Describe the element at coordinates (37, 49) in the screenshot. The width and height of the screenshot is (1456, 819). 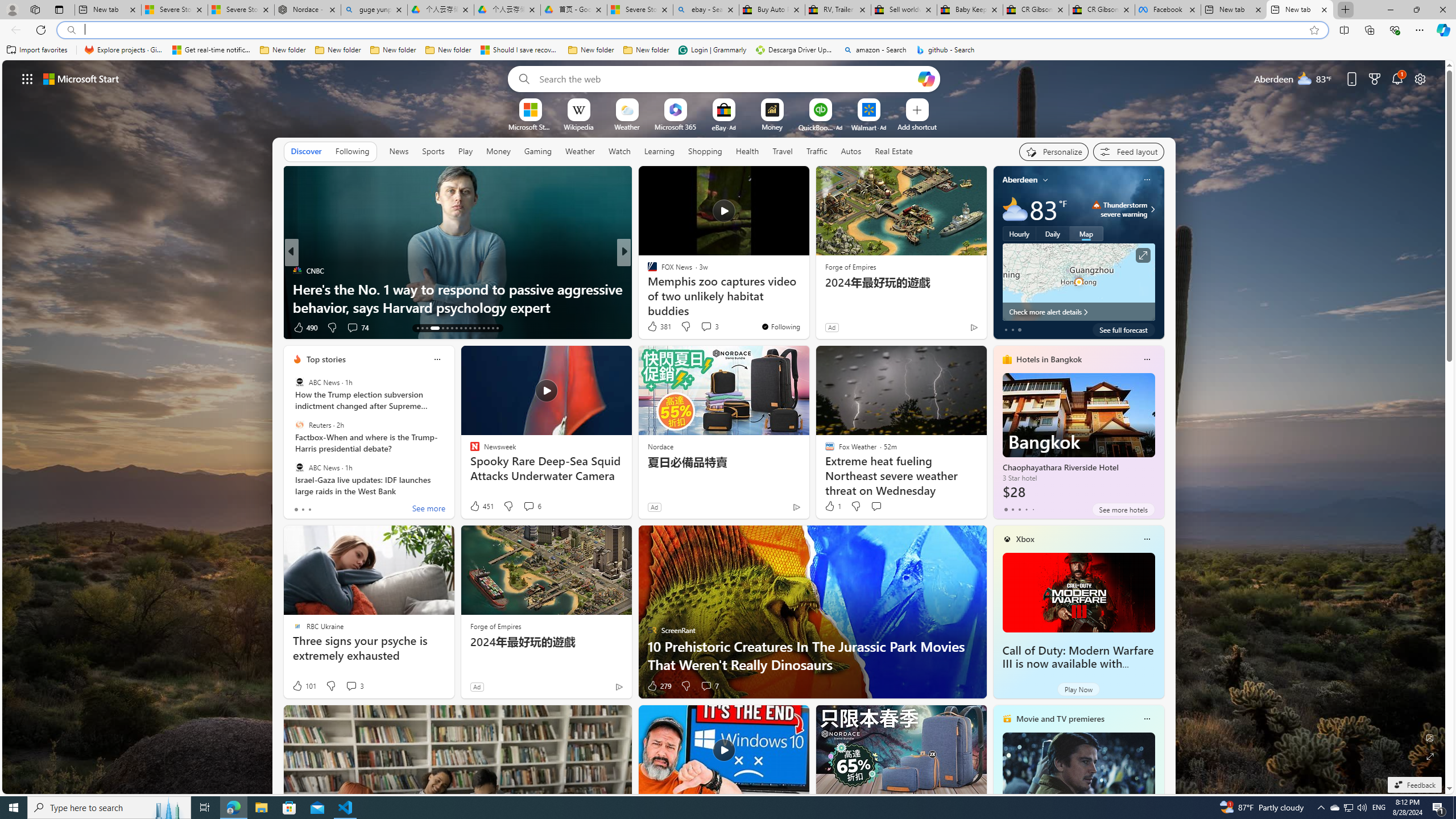
I see `'Import favorites'` at that location.